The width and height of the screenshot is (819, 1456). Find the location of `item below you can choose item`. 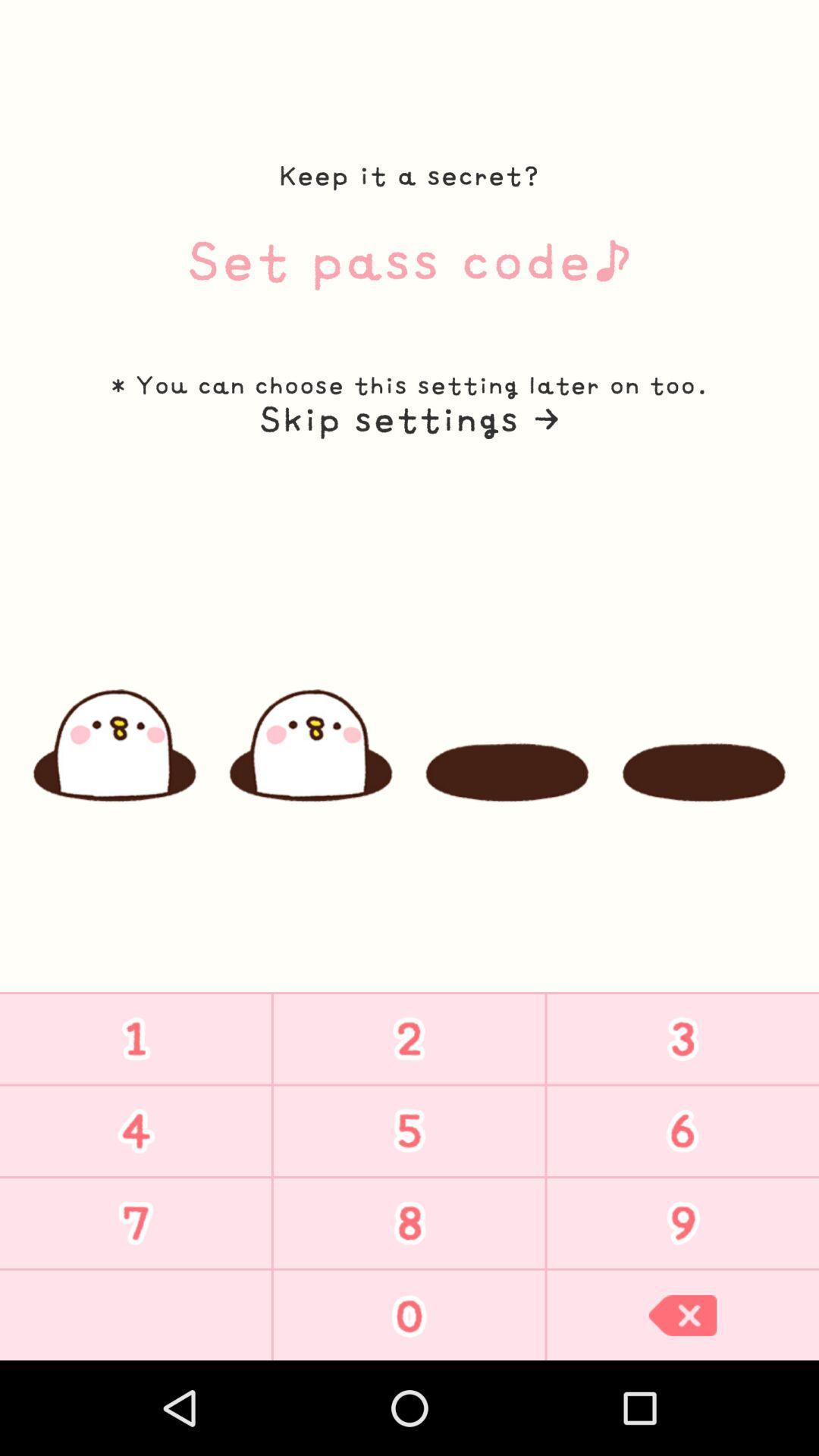

item below you can choose item is located at coordinates (408, 419).